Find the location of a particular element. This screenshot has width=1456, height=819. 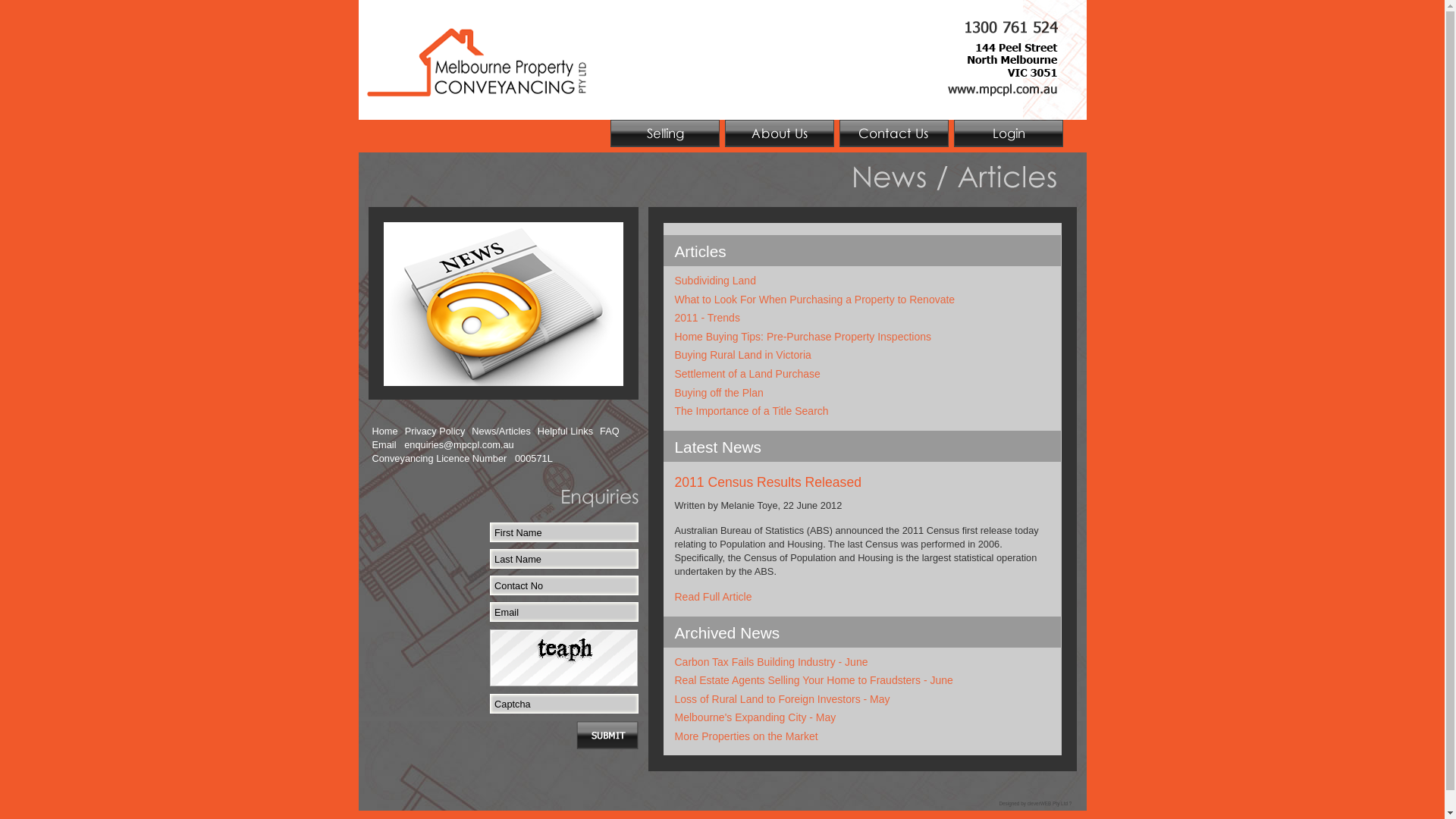

'Read Full Article' is located at coordinates (673, 595).